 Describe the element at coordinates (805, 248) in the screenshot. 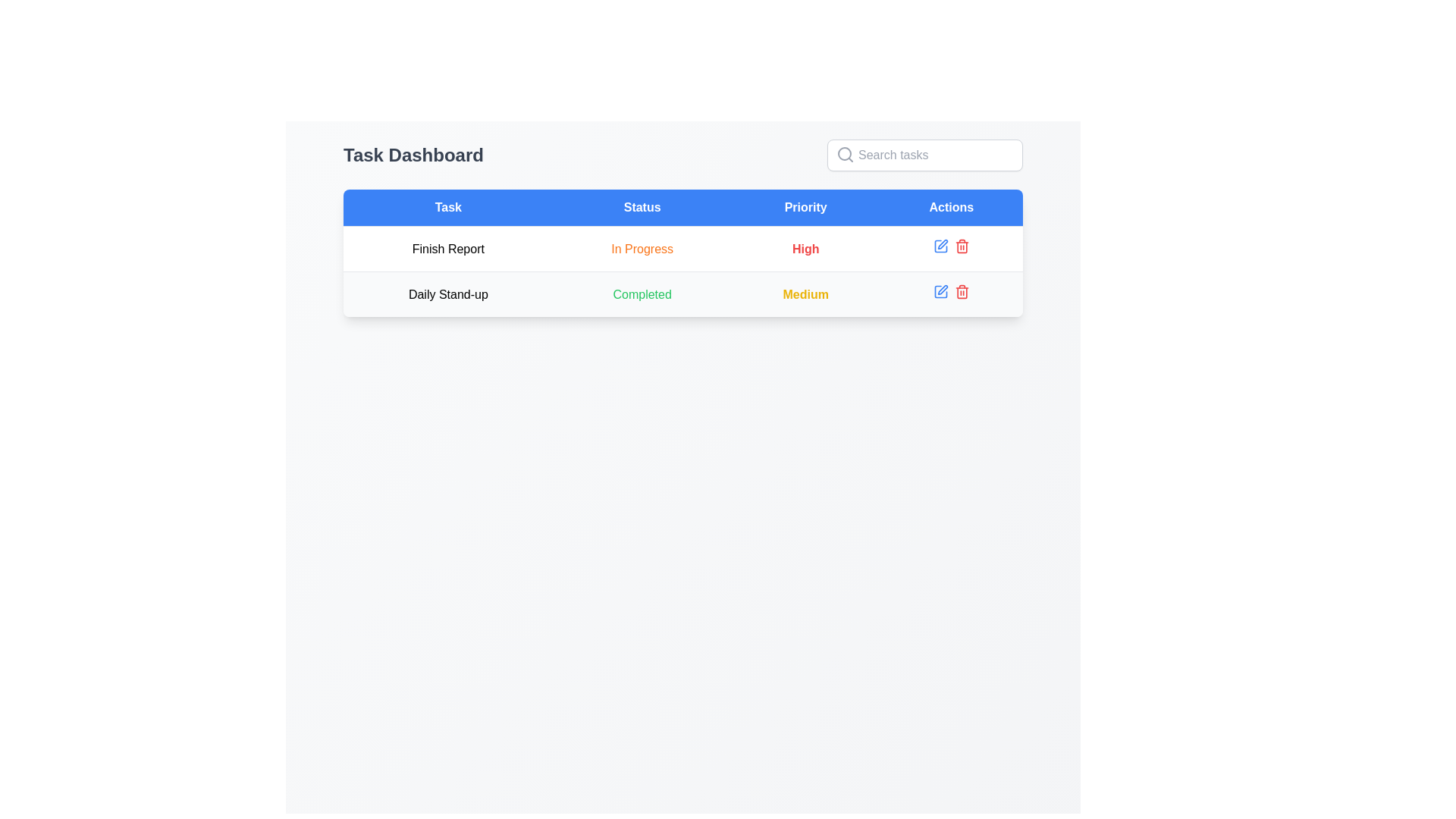

I see `text content from the text field displaying 'High' in bold red font, located in the 'Priority' column of the first row of the task list` at that location.